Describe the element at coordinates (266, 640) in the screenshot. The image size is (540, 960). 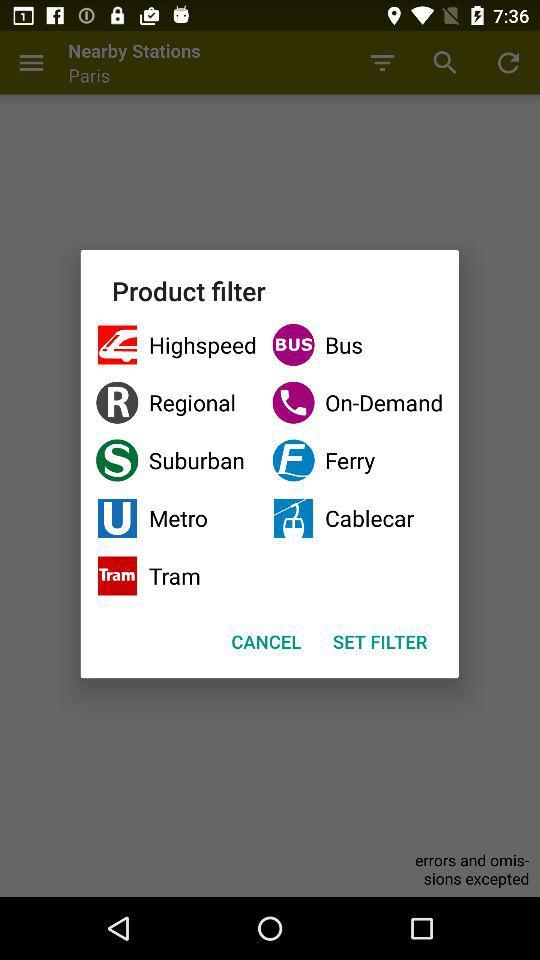
I see `cancel button` at that location.